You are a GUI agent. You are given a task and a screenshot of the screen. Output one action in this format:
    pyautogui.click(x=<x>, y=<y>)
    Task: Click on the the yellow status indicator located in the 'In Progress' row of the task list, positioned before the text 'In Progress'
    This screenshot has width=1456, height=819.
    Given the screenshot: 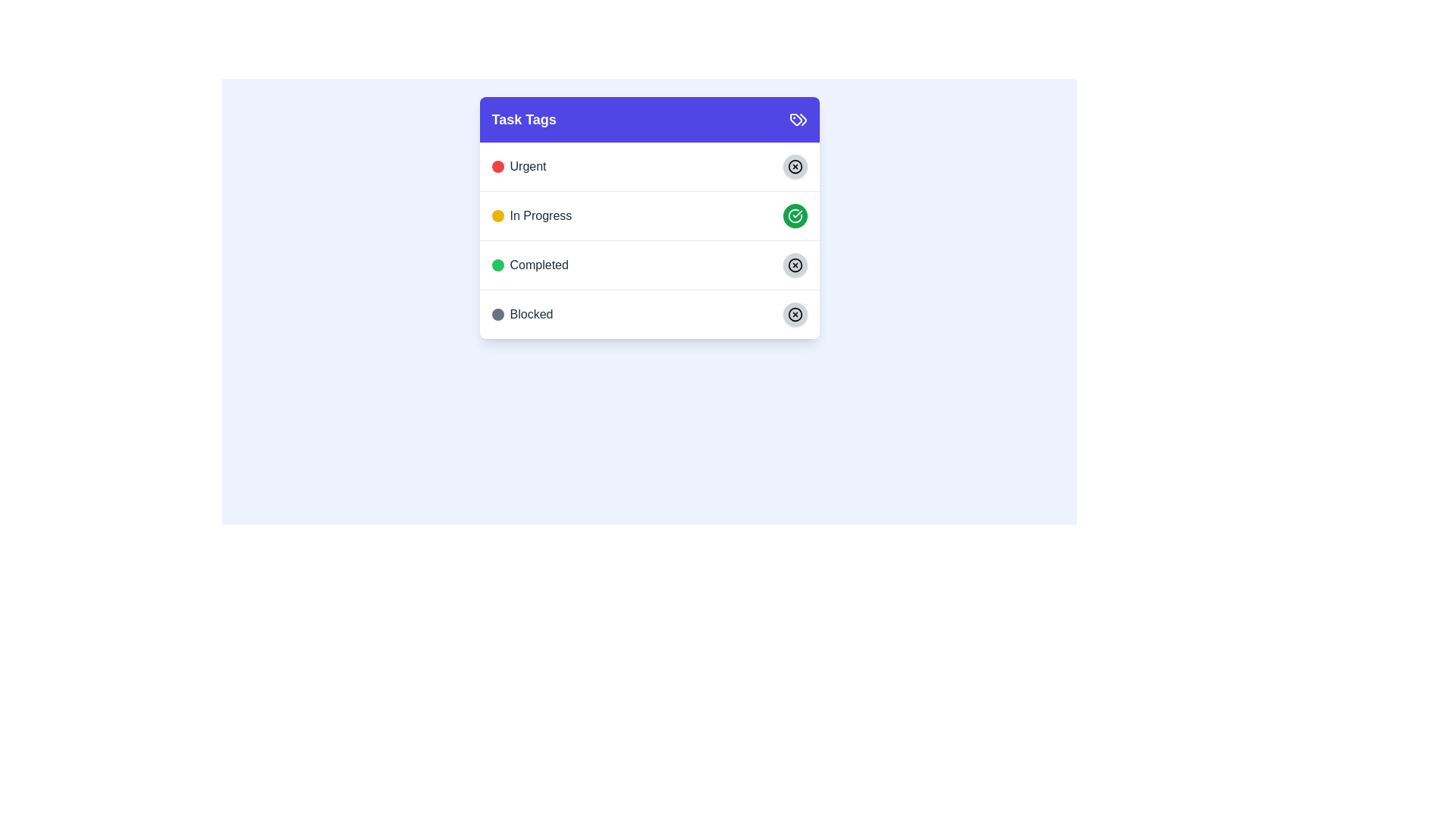 What is the action you would take?
    pyautogui.click(x=497, y=216)
    